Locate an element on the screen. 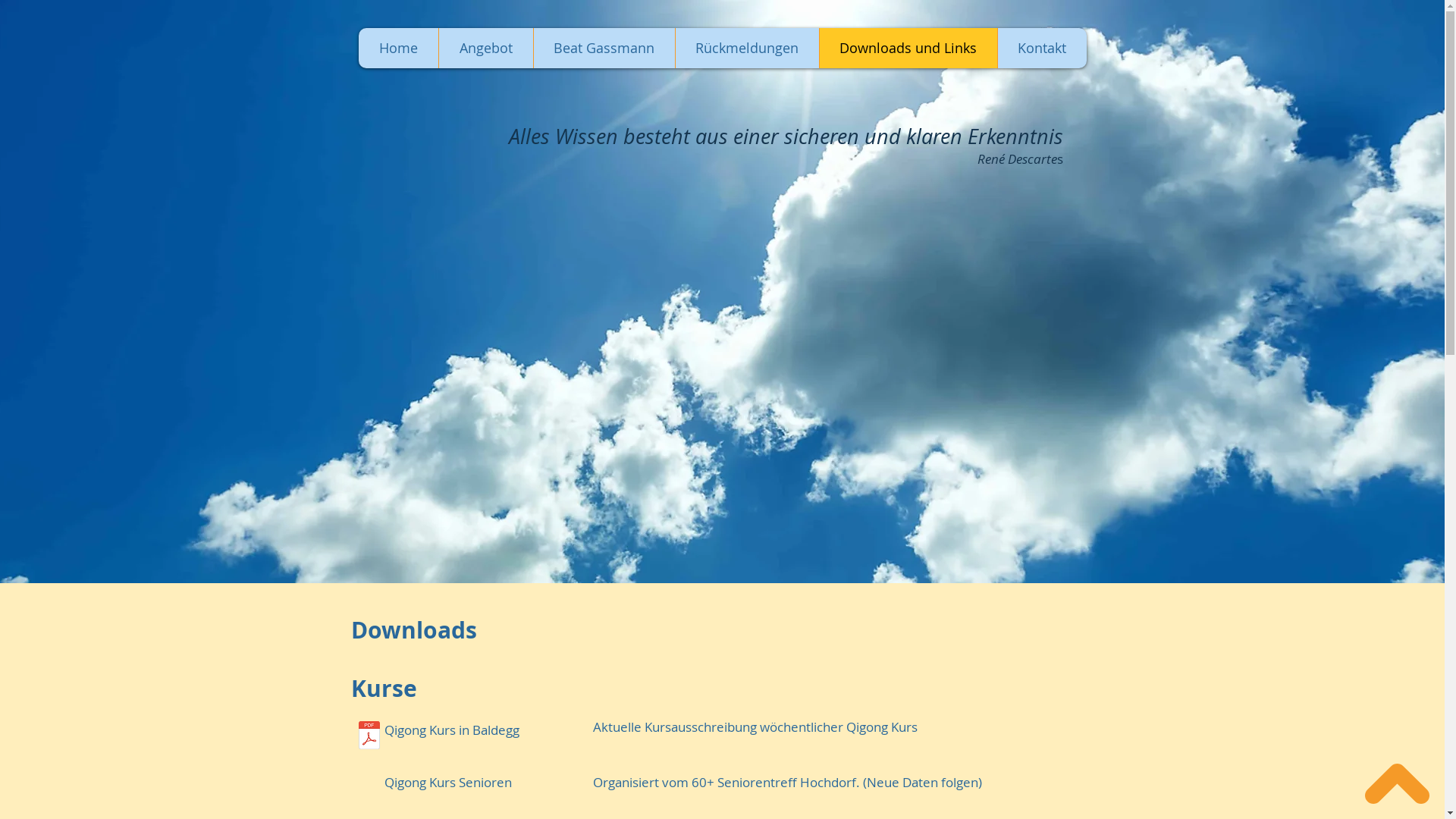 This screenshot has width=1456, height=819. 'QigongBaldeggAugust23-Februar24.pdf' is located at coordinates (368, 736).